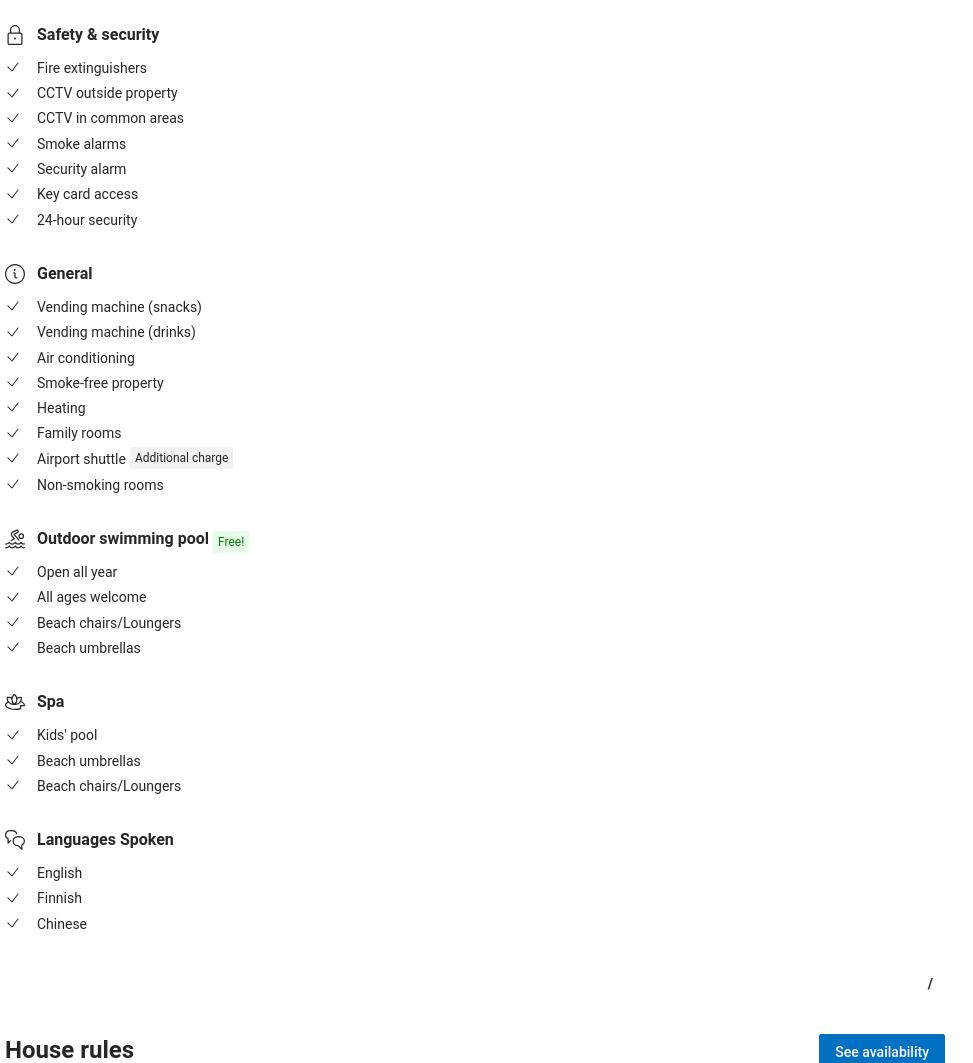  Describe the element at coordinates (96, 33) in the screenshot. I see `'Safety & security'` at that location.